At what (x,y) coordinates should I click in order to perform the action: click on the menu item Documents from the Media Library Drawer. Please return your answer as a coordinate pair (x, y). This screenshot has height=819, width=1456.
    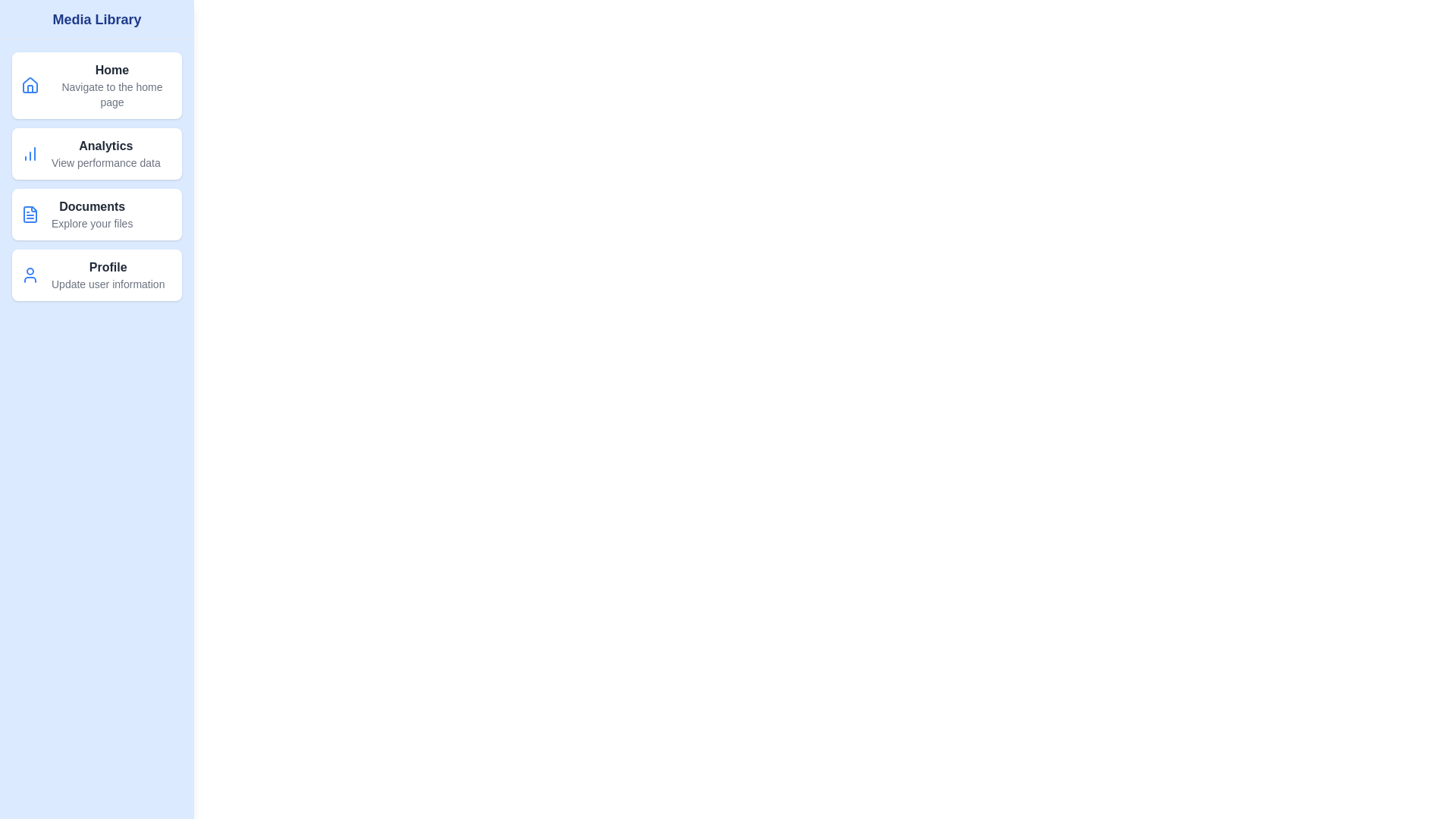
    Looking at the image, I should click on (96, 214).